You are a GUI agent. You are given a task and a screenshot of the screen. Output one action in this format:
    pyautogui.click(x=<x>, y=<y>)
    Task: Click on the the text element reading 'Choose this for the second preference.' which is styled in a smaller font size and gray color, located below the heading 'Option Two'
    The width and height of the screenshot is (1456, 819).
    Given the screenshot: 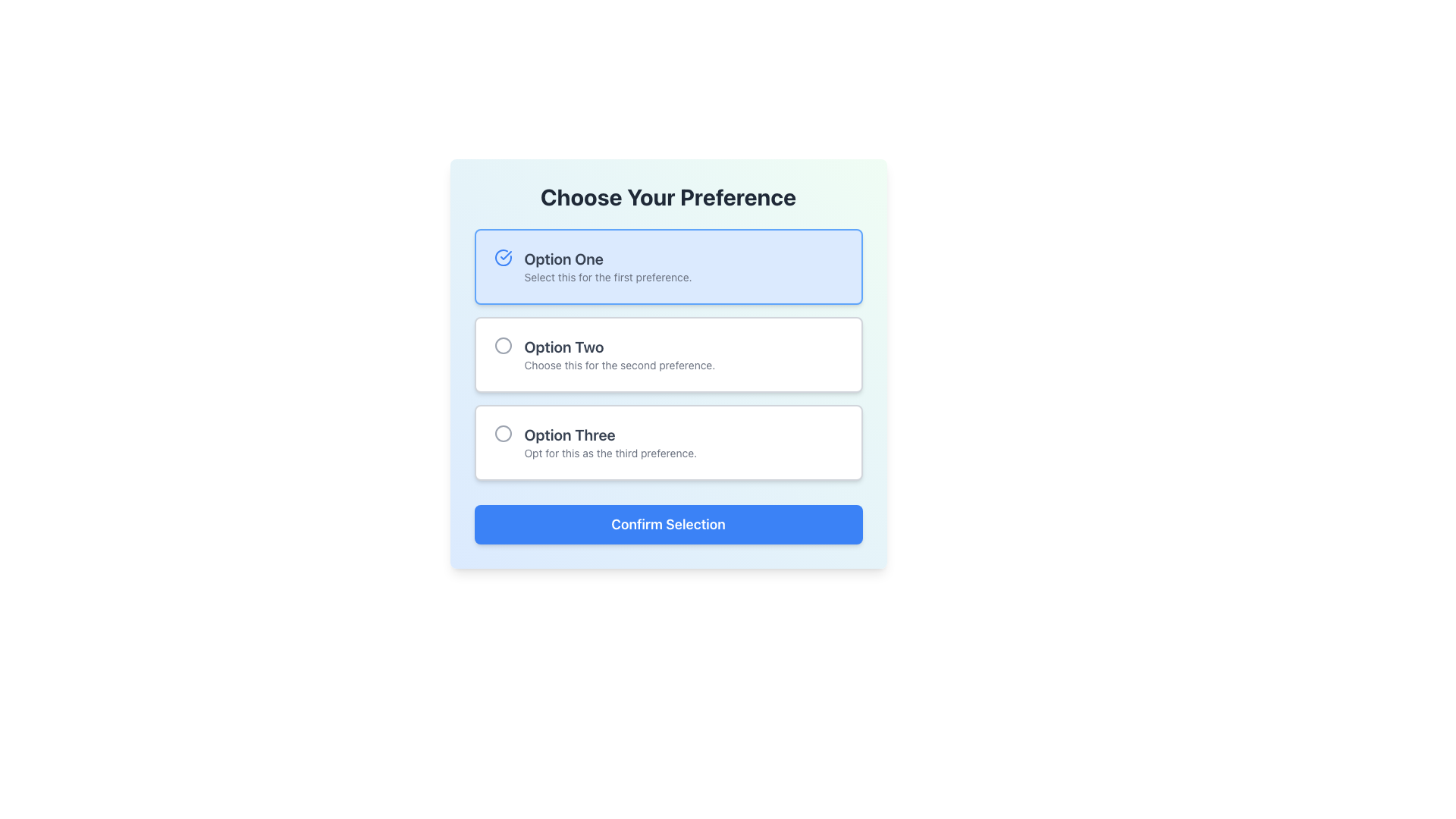 What is the action you would take?
    pyautogui.click(x=620, y=366)
    